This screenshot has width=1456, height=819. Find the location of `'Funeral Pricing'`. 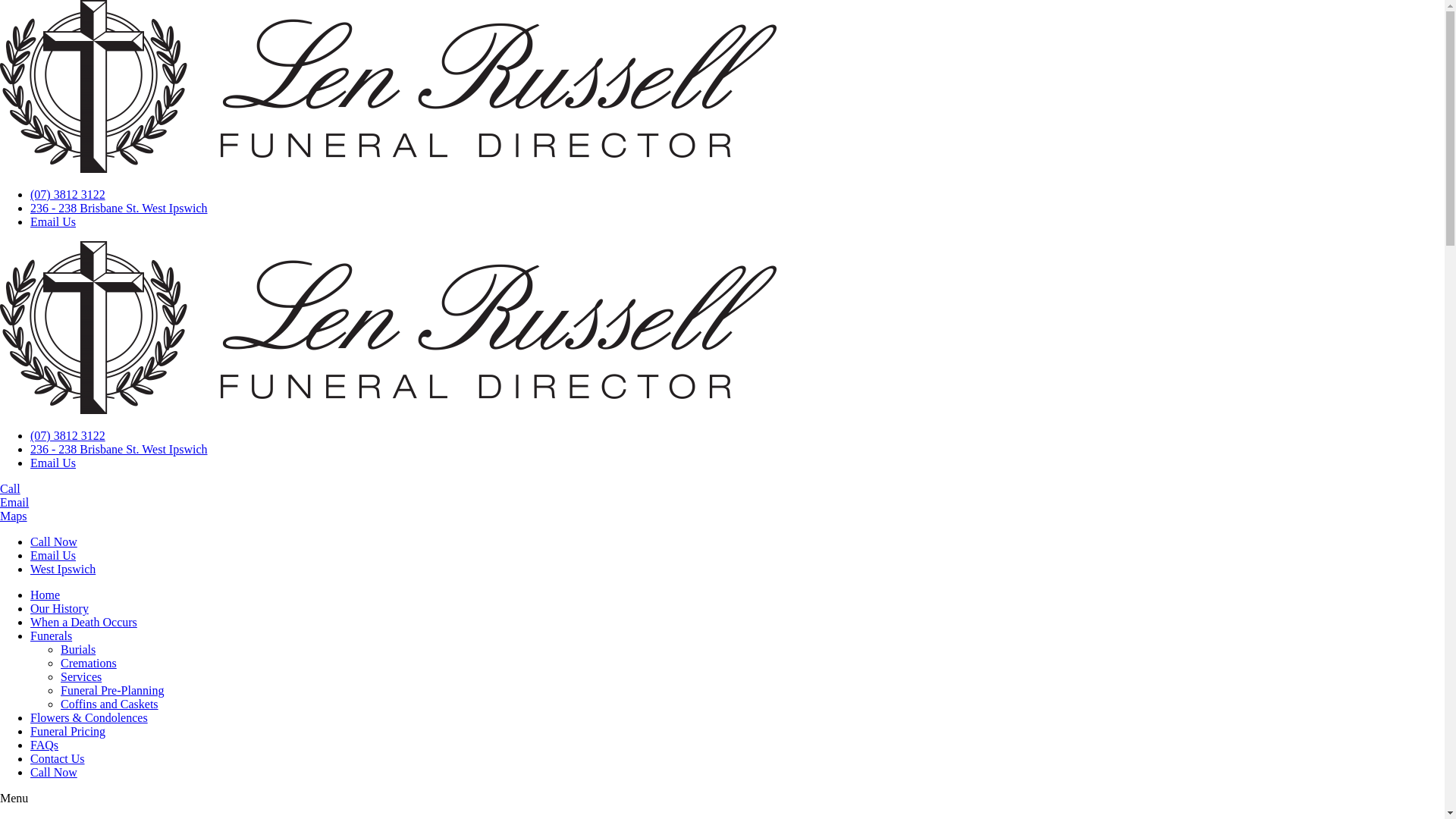

'Funeral Pricing' is located at coordinates (67, 730).